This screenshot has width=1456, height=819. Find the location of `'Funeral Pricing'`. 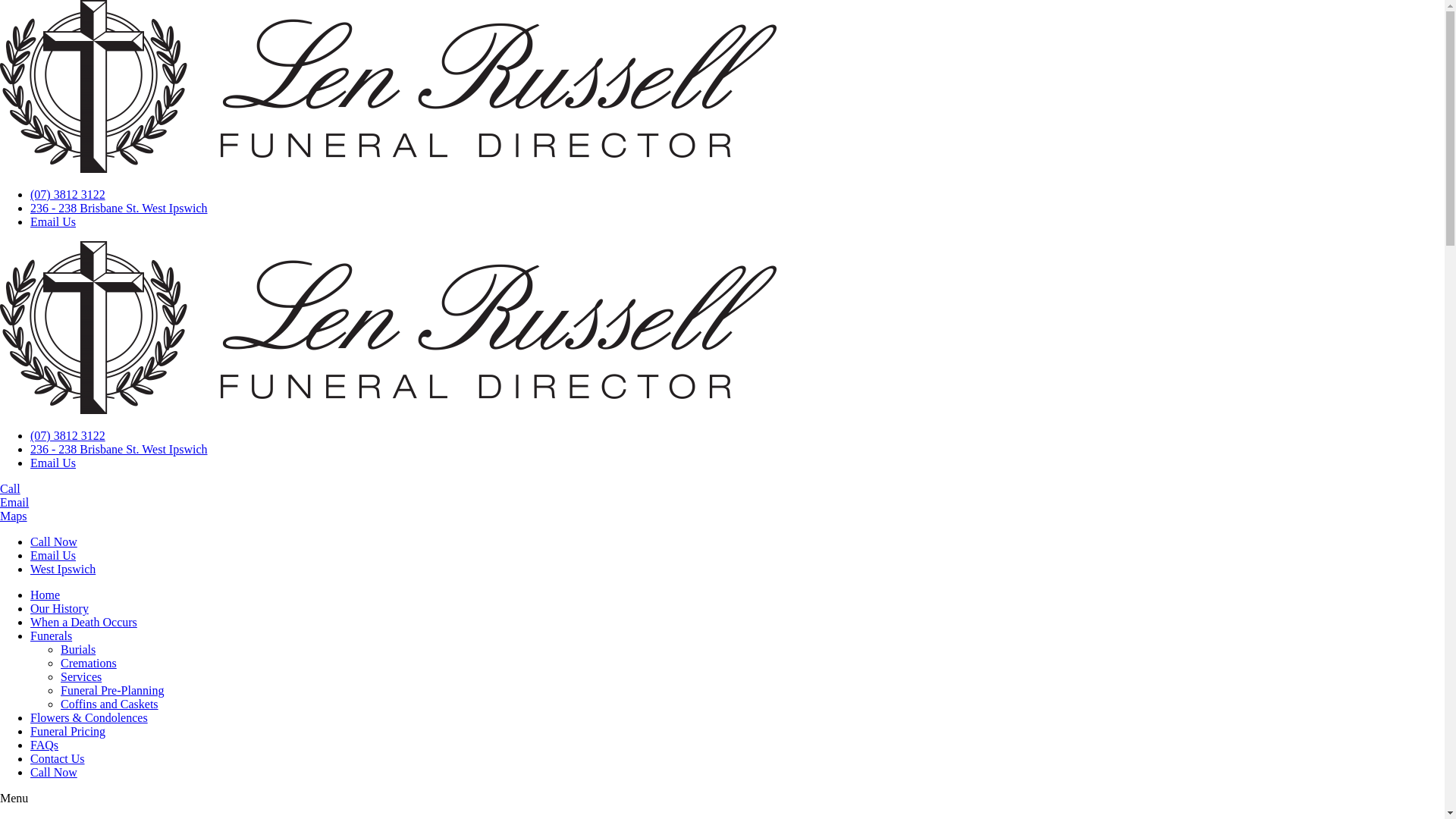

'Funeral Pricing' is located at coordinates (67, 730).